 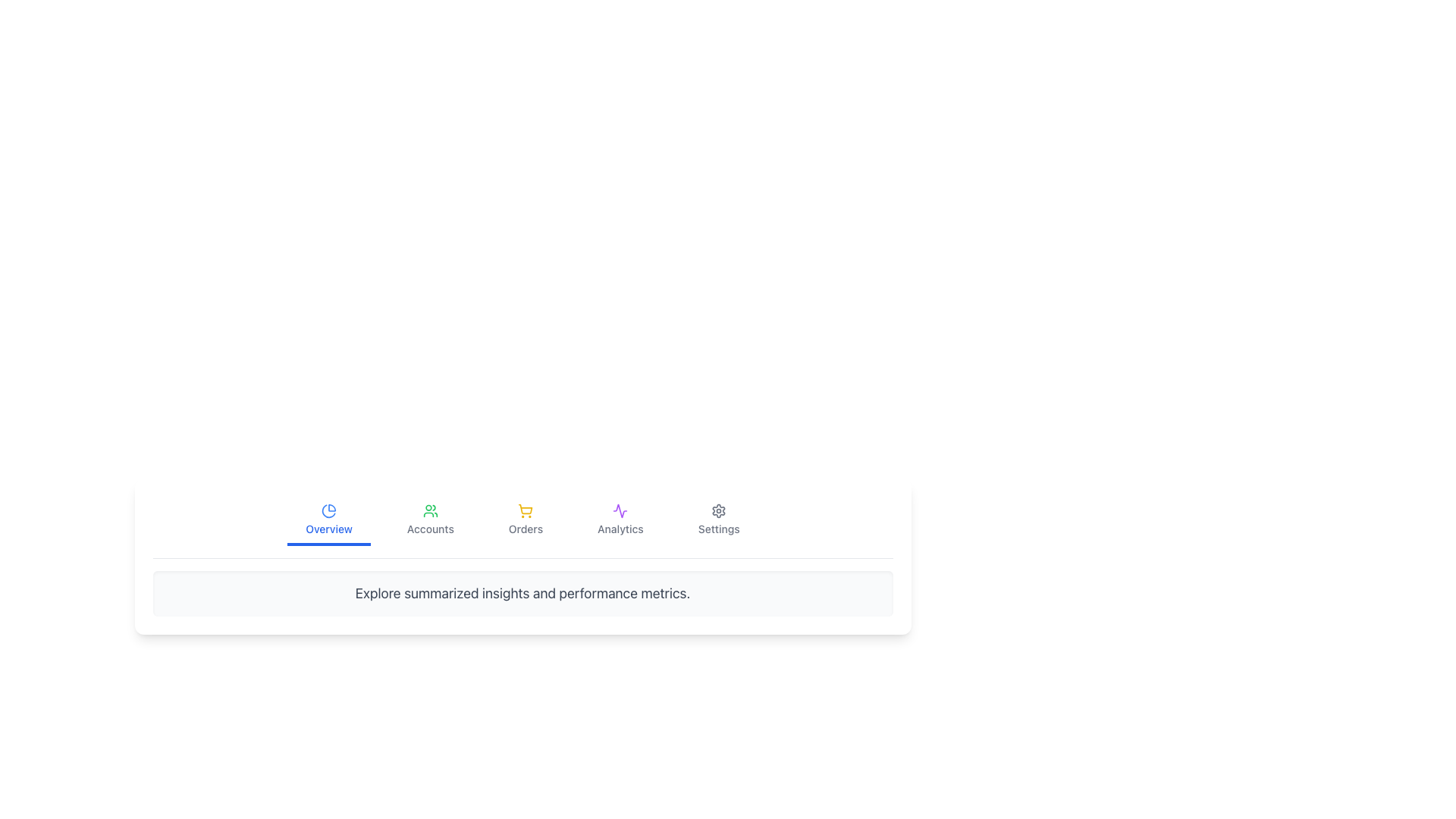 I want to click on the small purple vector graphic icon located in the bottom navigation bar, which is the fourth item from the left between the 'Orders' and 'Settings' icons, so click(x=620, y=511).